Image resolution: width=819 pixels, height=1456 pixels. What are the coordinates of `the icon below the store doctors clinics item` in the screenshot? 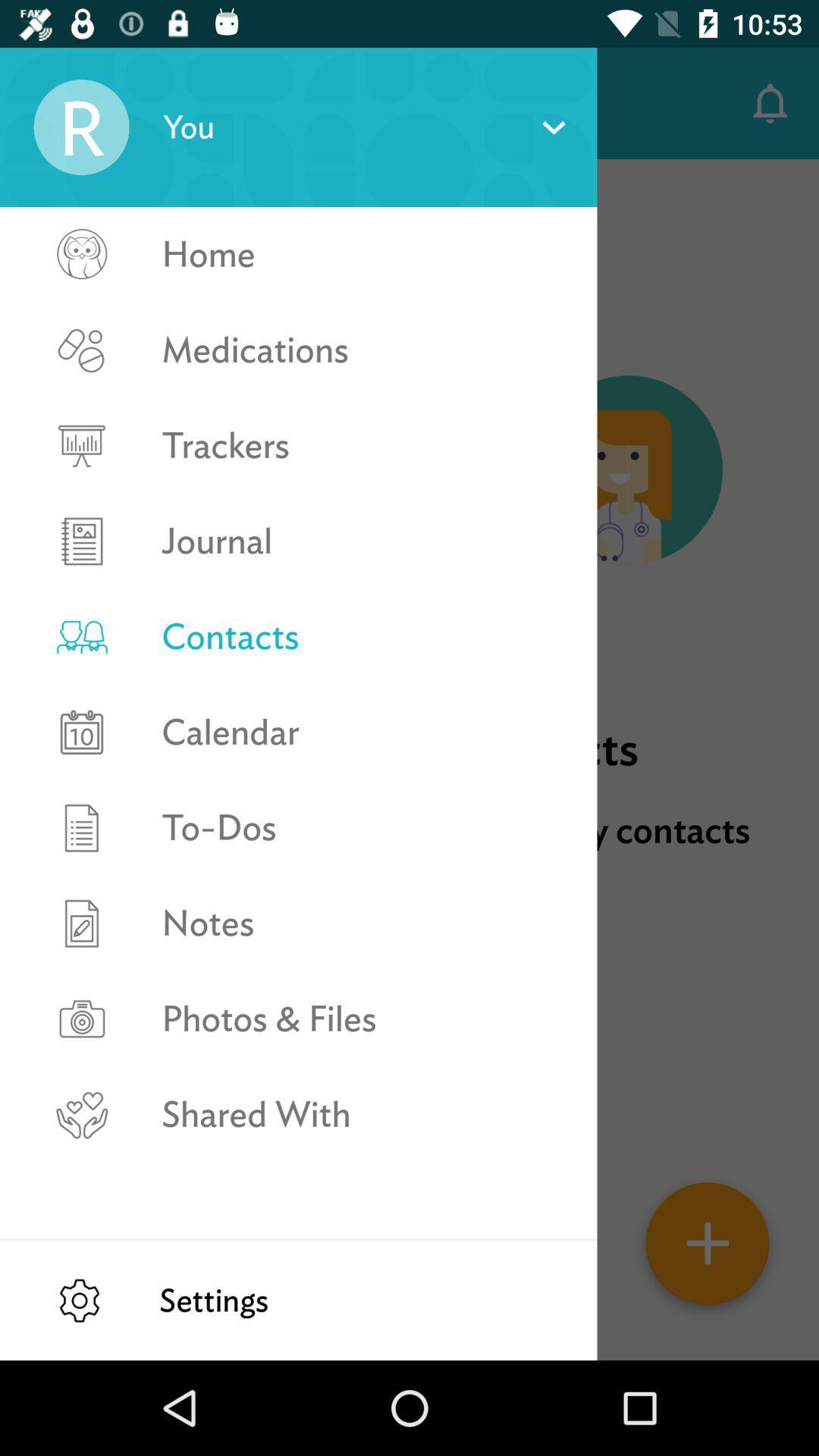 It's located at (409, 994).